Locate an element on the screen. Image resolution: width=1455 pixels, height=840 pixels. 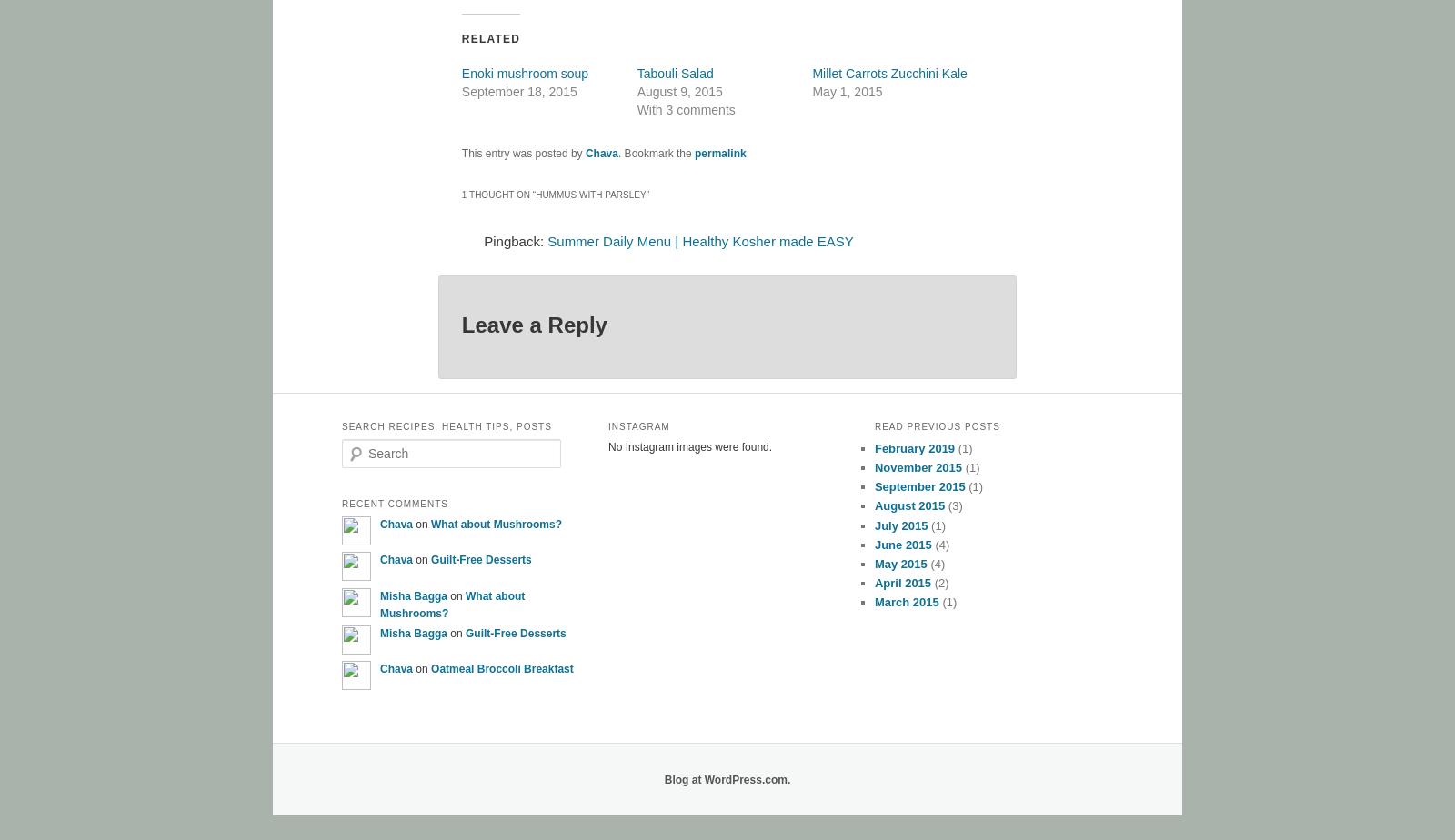
'Hummus with Parsley' is located at coordinates (590, 195).